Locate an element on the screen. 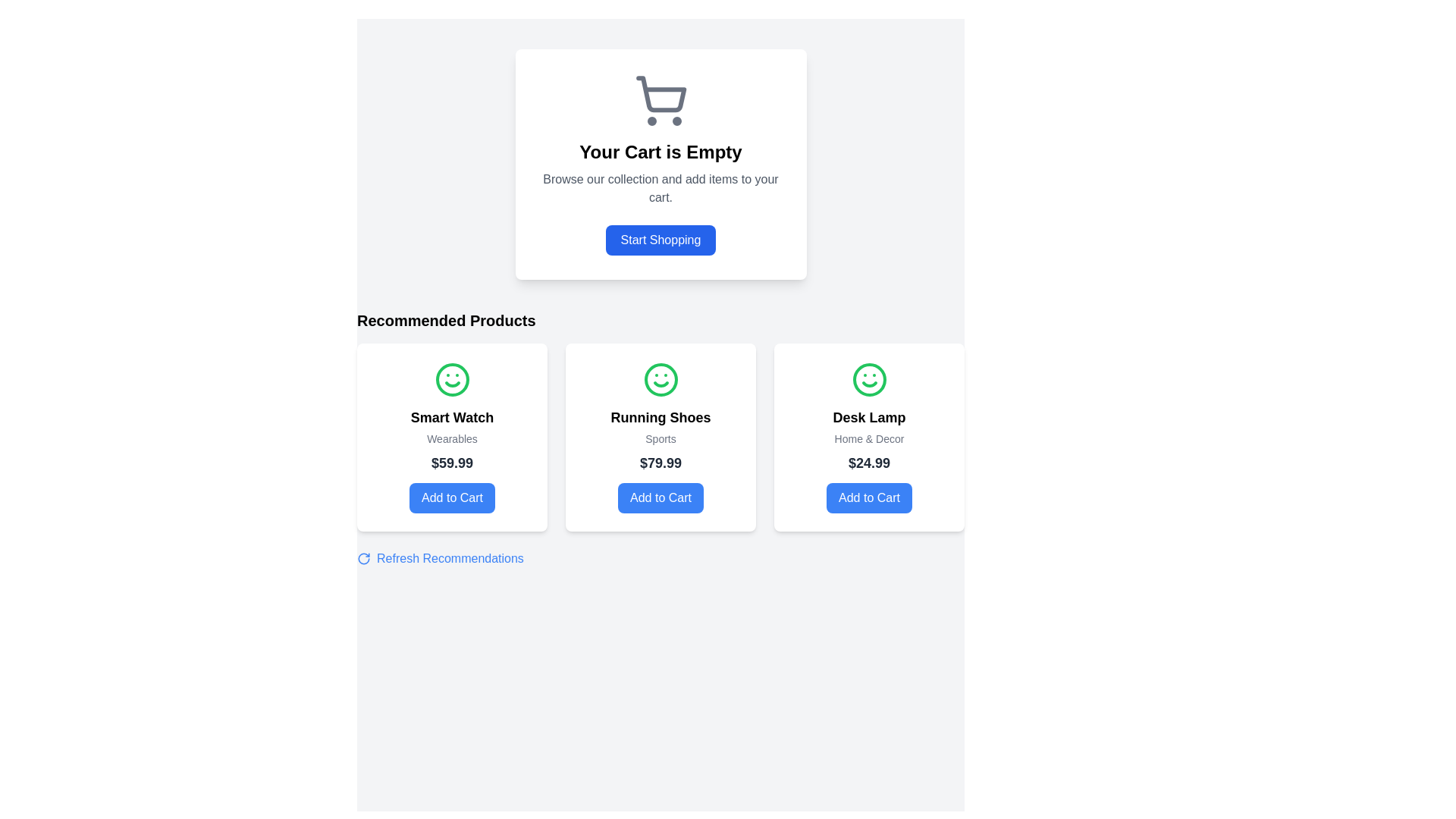 Image resolution: width=1456 pixels, height=819 pixels. the green circle element within the smiley face icon located on the card labeled 'Desk Lamp' in the 'Recommended Products' section is located at coordinates (869, 379).